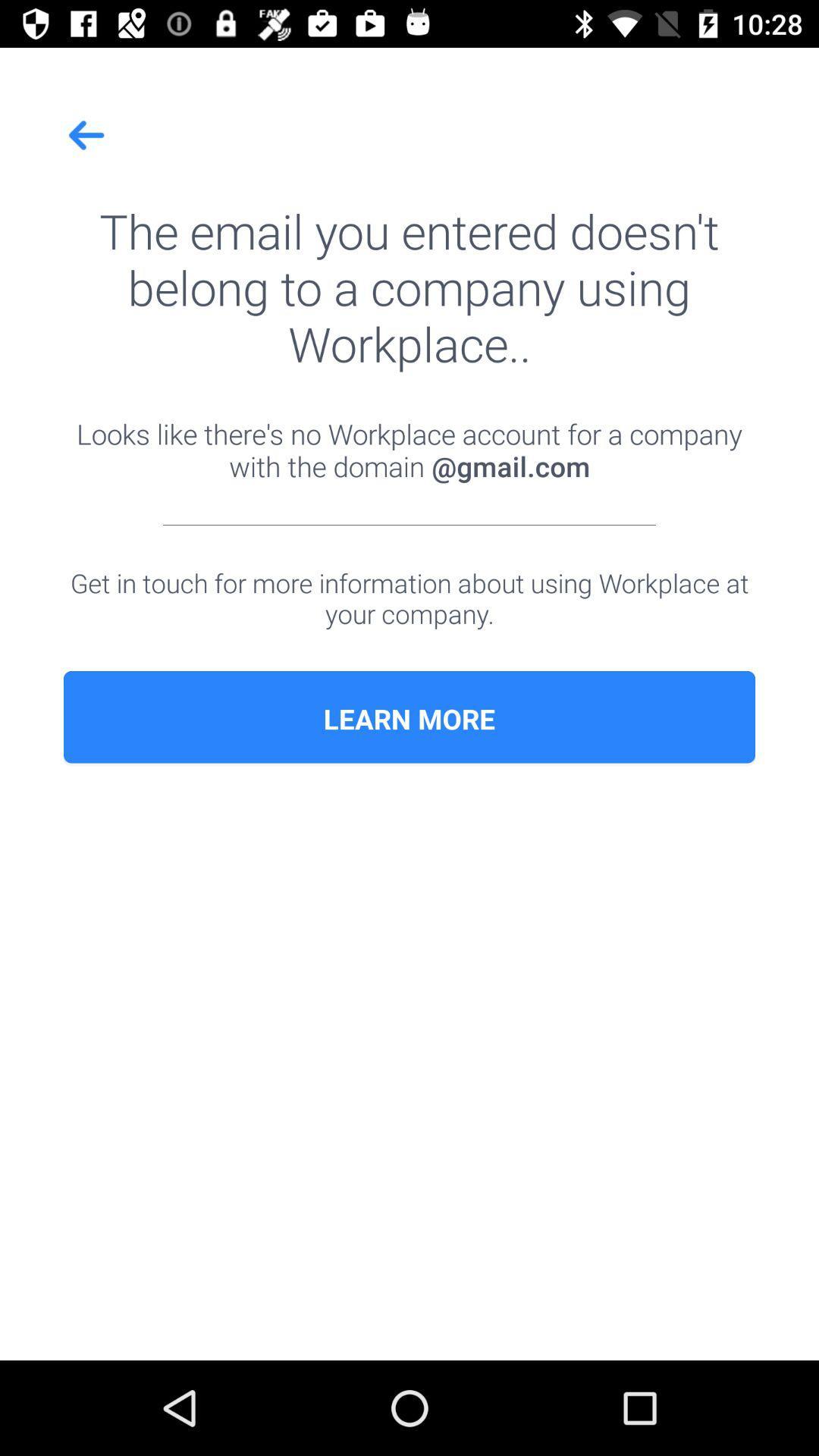 Image resolution: width=819 pixels, height=1456 pixels. Describe the element at coordinates (87, 135) in the screenshot. I see `icon at the top left corner` at that location.